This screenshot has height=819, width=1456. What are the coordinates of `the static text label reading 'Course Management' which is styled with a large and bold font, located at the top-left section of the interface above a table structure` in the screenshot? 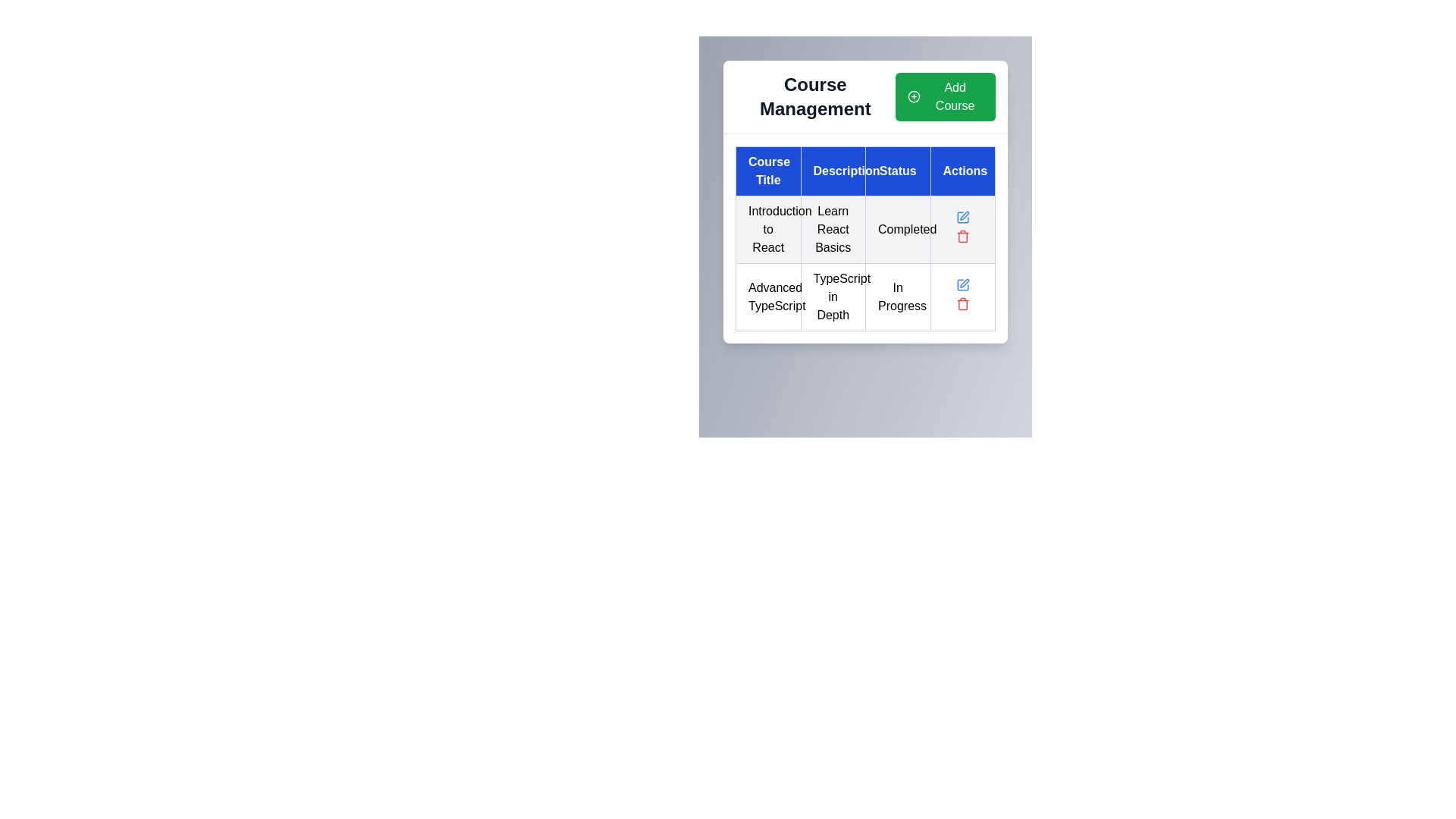 It's located at (814, 96).